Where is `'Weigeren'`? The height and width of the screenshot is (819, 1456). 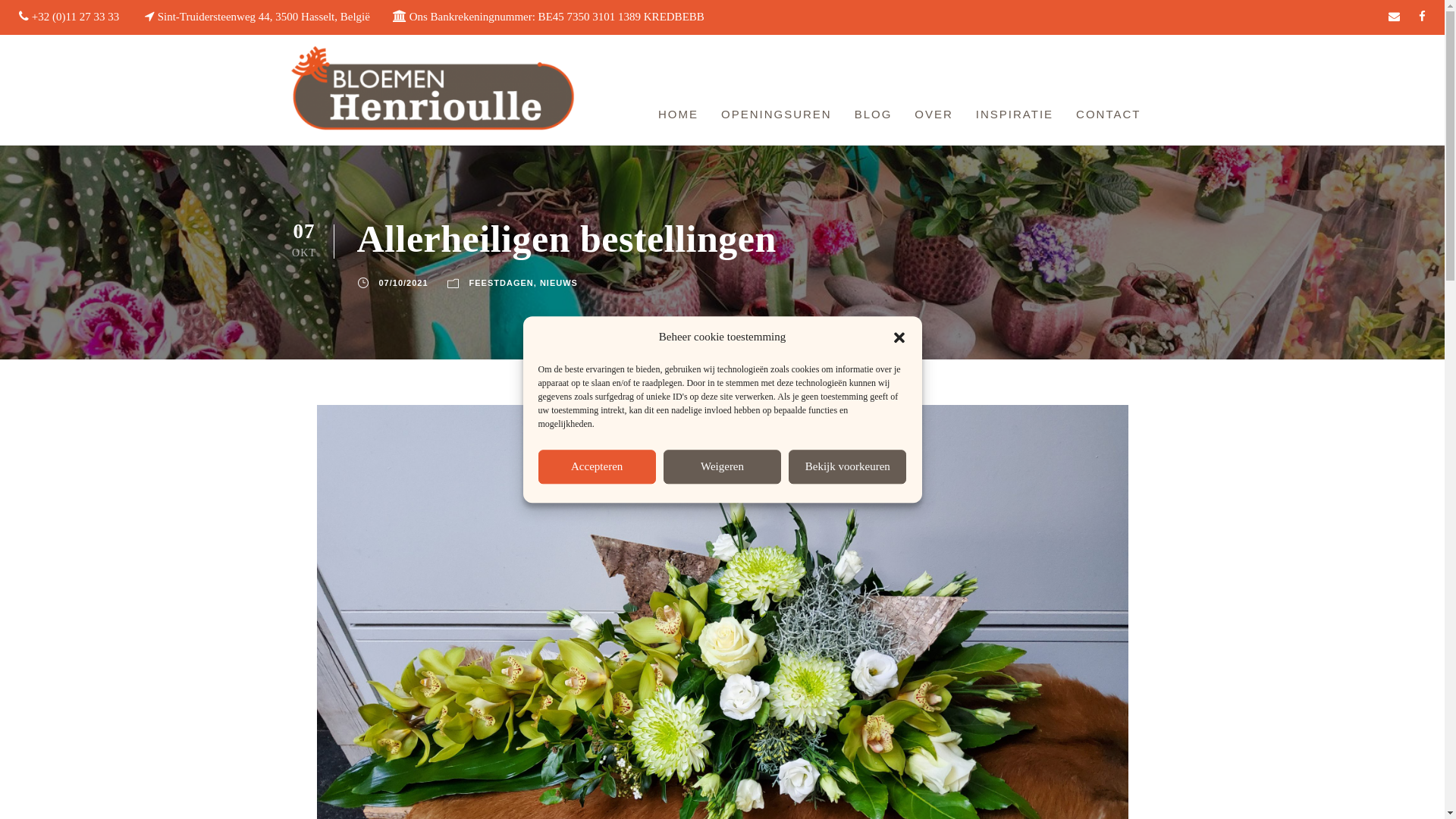 'Weigeren' is located at coordinates (721, 466).